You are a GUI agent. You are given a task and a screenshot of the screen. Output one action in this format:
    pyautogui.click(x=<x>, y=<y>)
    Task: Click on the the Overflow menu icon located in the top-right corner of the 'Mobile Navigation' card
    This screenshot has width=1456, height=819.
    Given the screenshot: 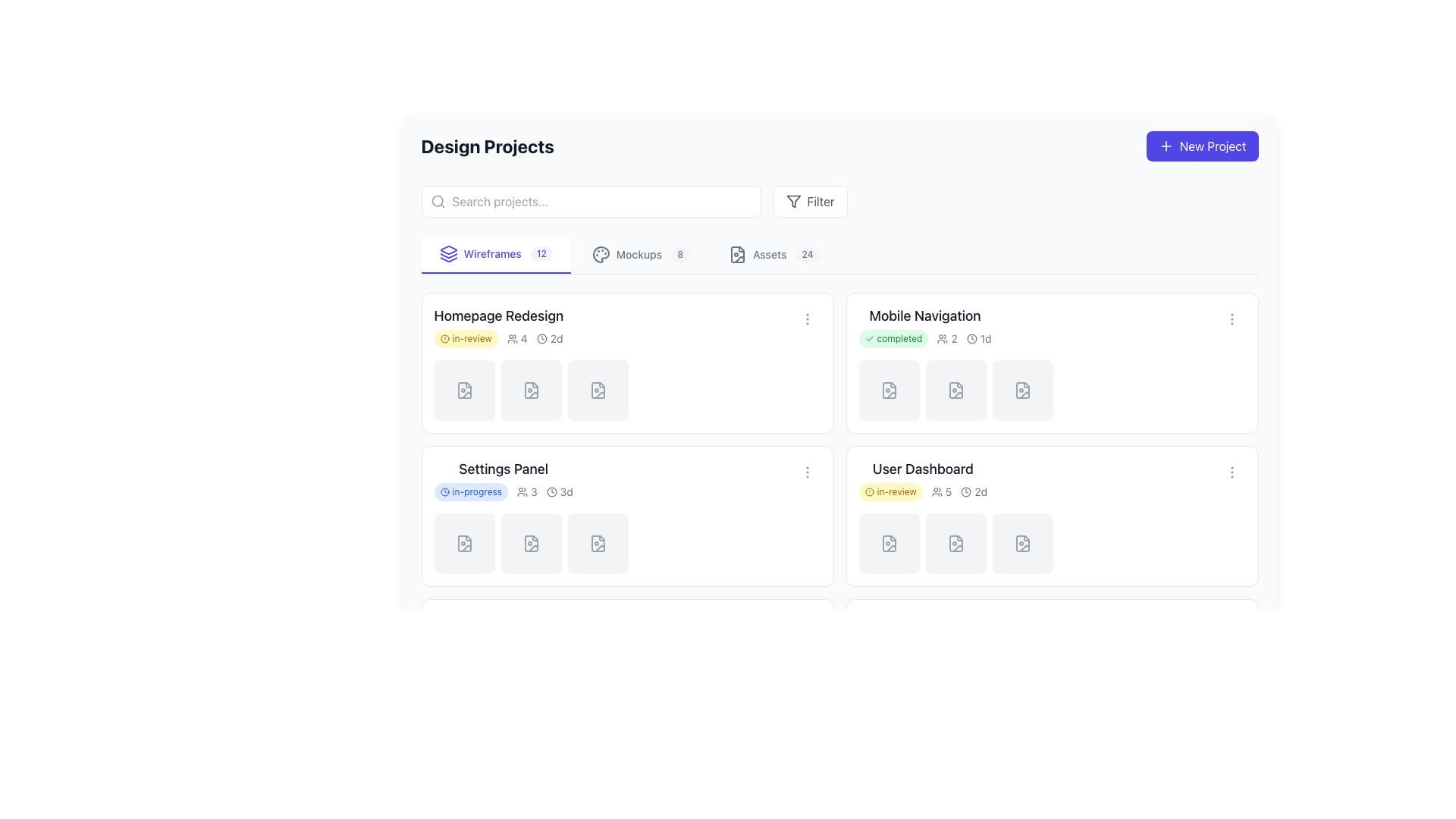 What is the action you would take?
    pyautogui.click(x=1232, y=318)
    